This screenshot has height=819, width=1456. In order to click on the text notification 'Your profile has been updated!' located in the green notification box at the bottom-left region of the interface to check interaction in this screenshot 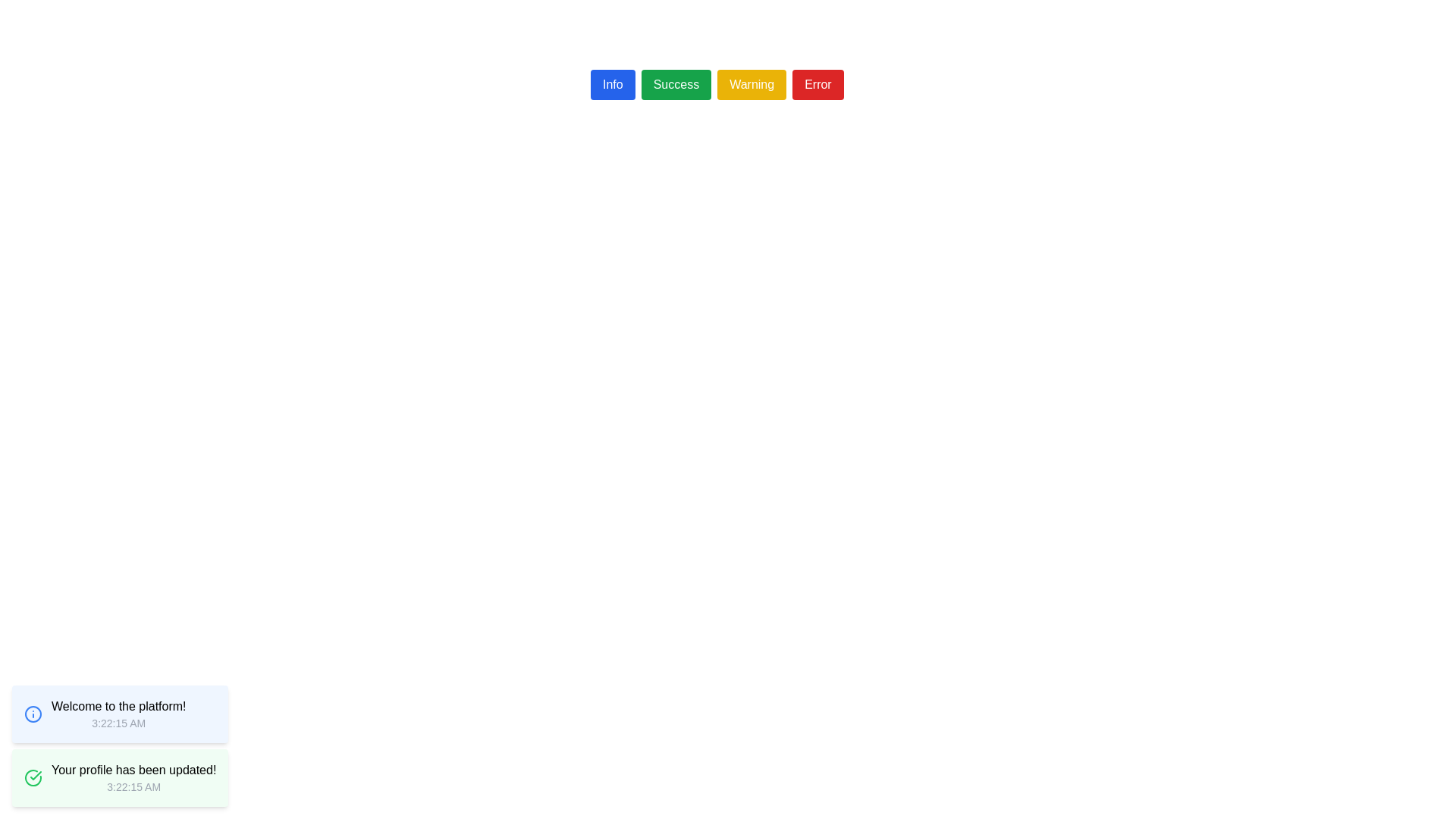, I will do `click(133, 770)`.